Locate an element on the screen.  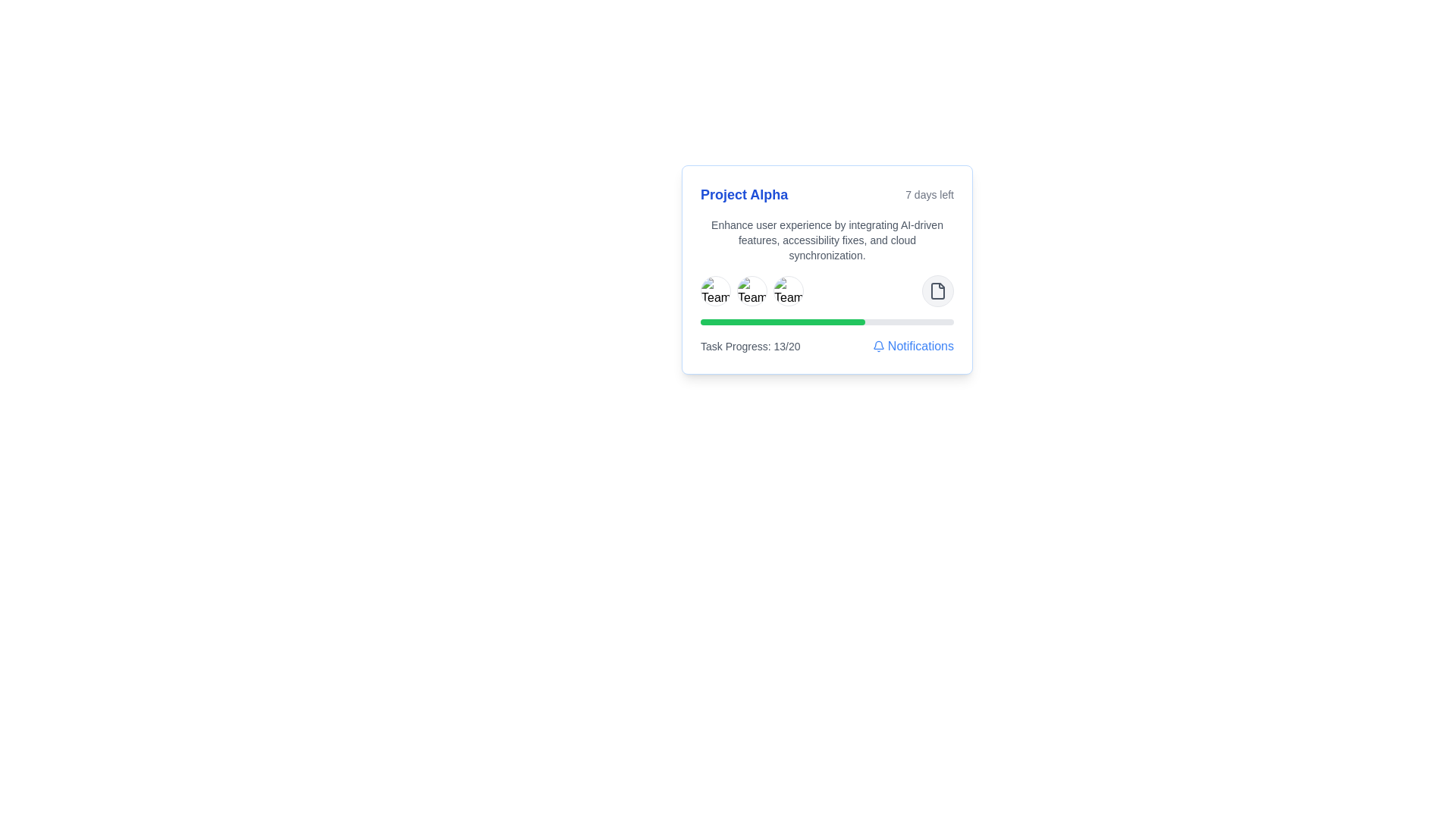
the circular button icon located at the bottom-right corner of the 'Project Alpha' card is located at coordinates (937, 291).